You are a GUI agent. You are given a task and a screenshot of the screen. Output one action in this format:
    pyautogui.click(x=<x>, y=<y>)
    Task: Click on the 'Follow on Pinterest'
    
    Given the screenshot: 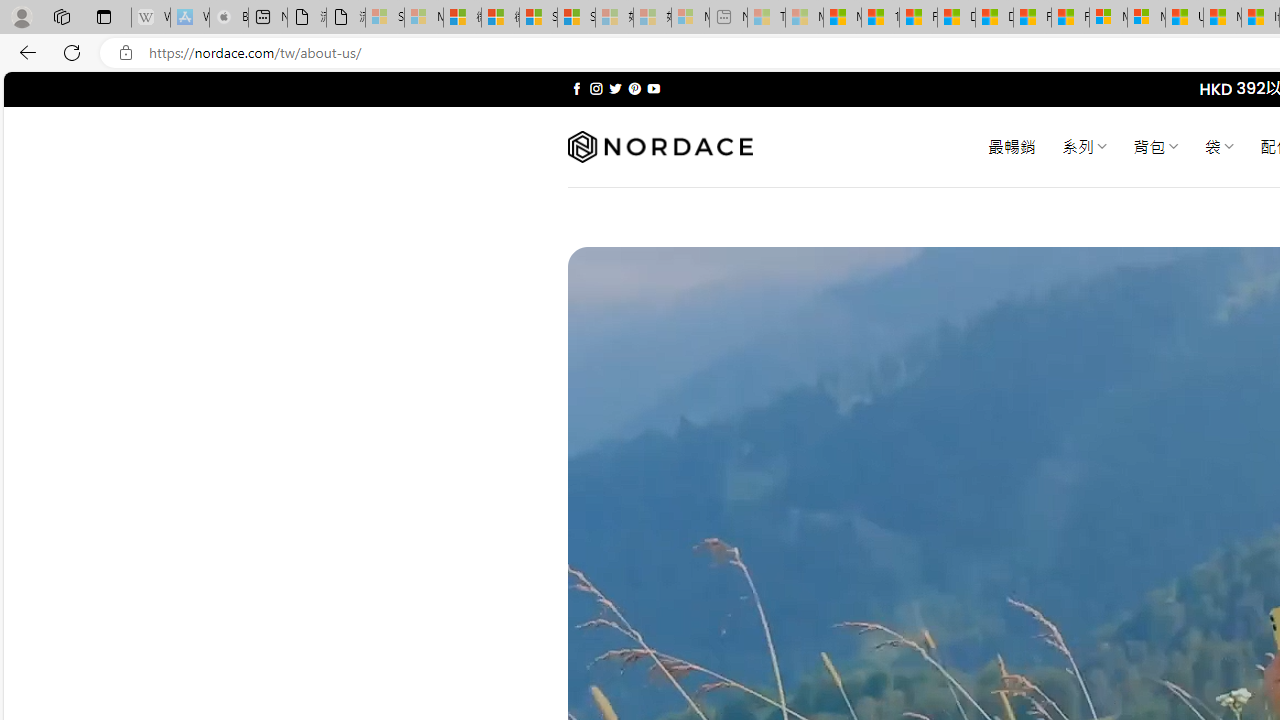 What is the action you would take?
    pyautogui.click(x=633, y=88)
    